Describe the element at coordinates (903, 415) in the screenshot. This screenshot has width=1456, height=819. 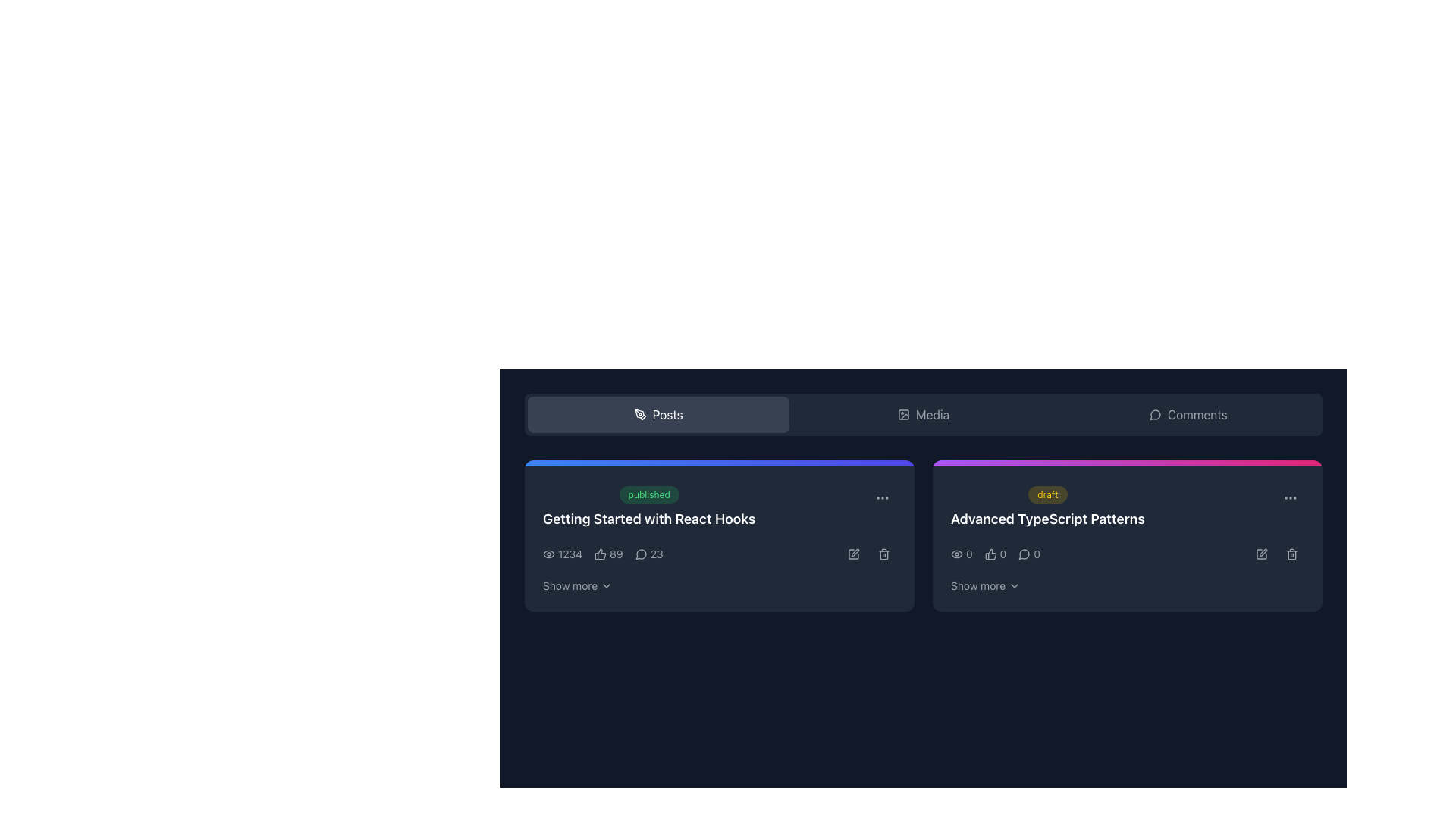
I see `icon element that resembles a picture frame, which is part of the 'Media' navigation button located at the top of the content section` at that location.